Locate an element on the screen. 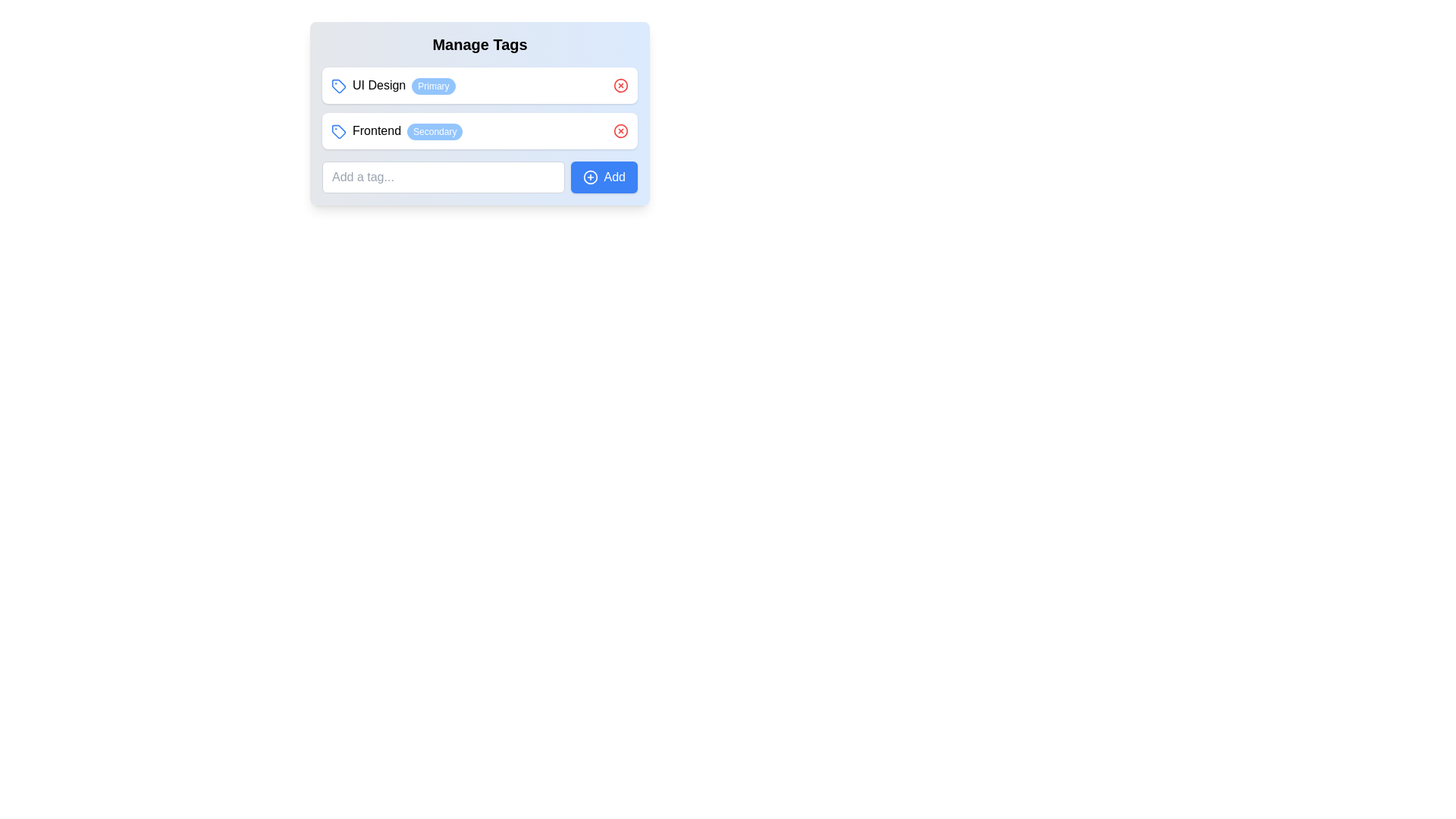 The image size is (1456, 819). the label or tag that provides secondary information about the 'UI Design' category, positioned immediately to the right of the text 'UI Design' is located at coordinates (432, 86).